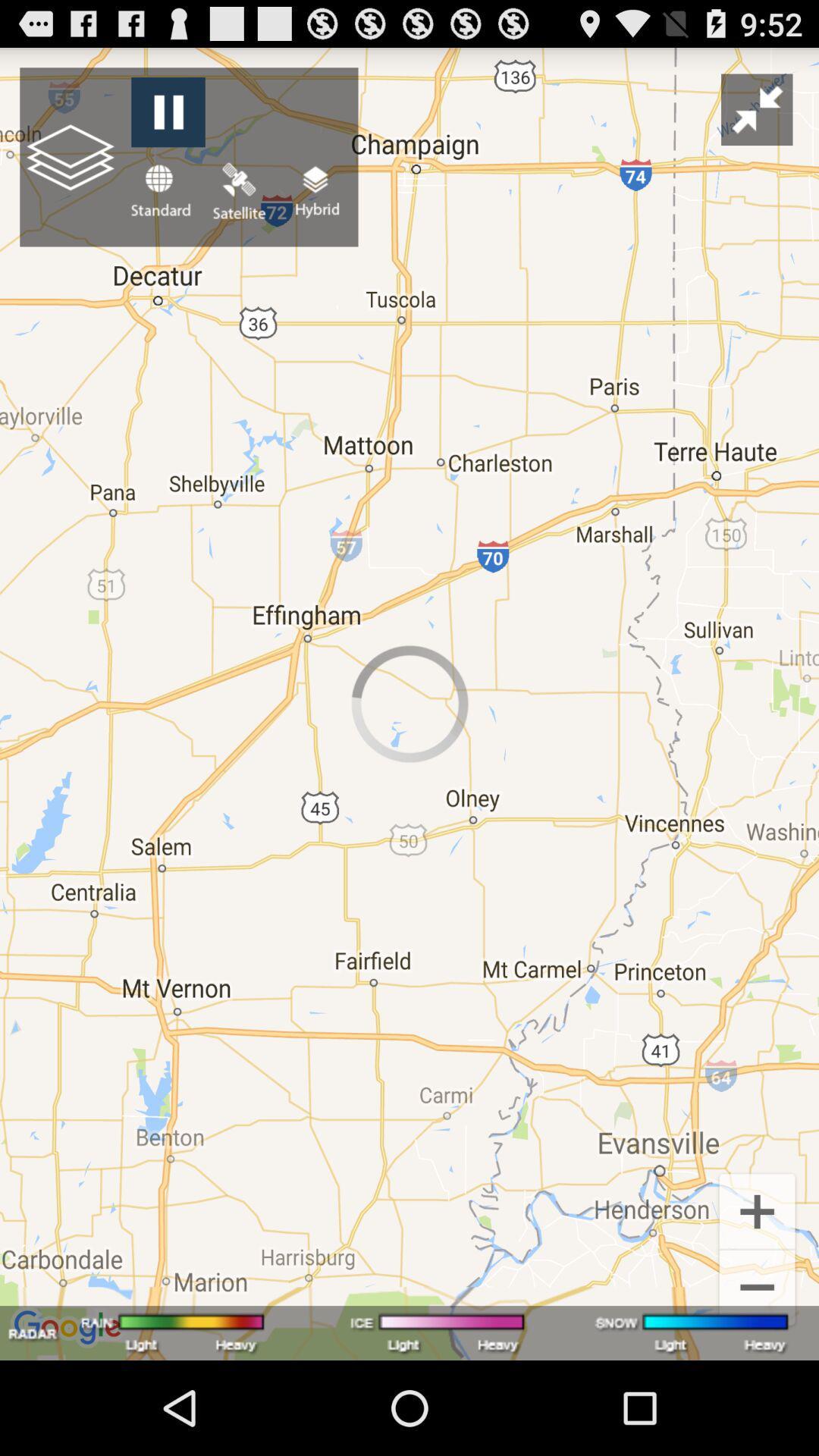 This screenshot has height=1456, width=819. What do you see at coordinates (757, 1294) in the screenshot?
I see `the add icon` at bounding box center [757, 1294].